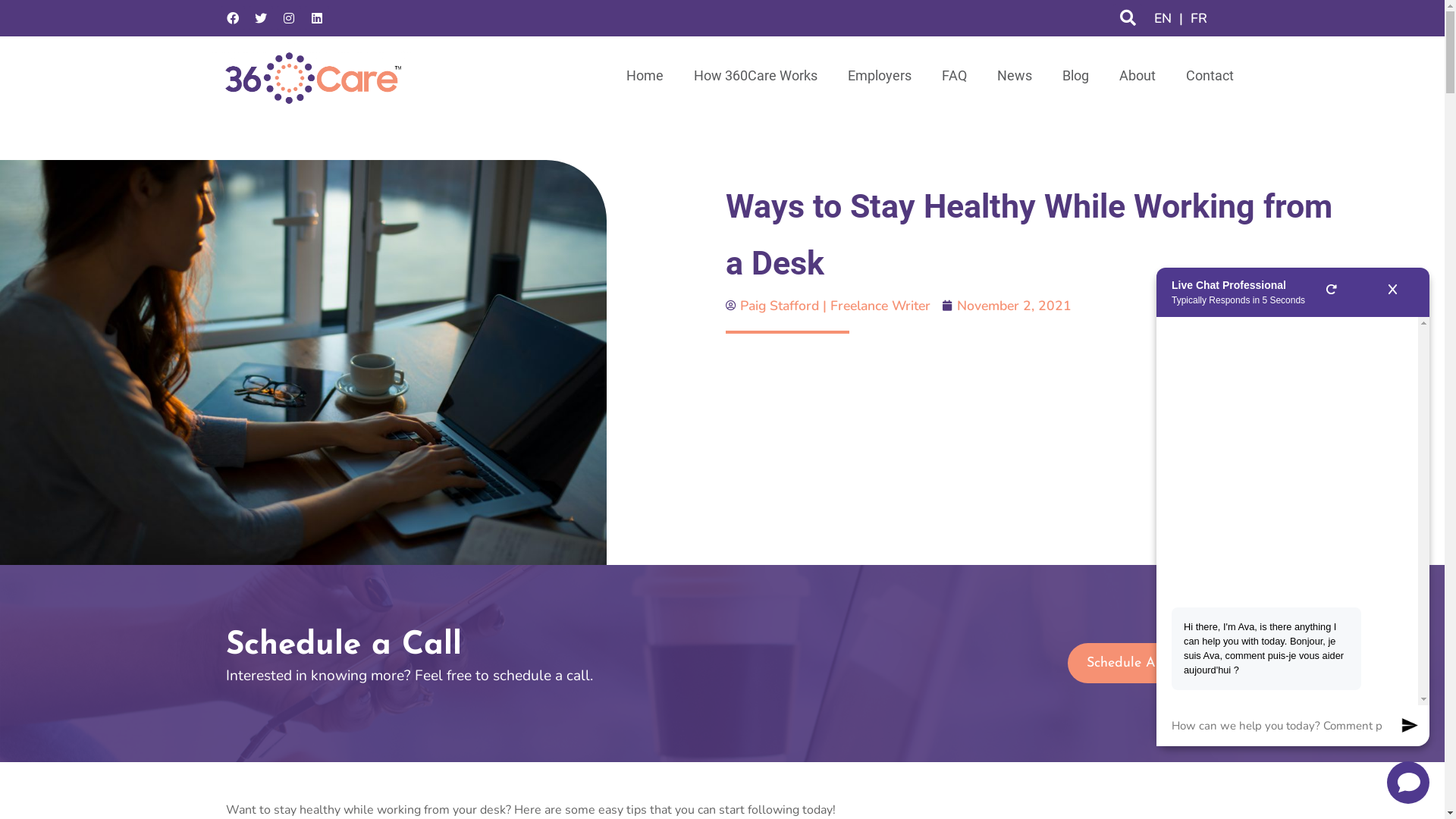 This screenshot has height=819, width=1456. Describe the element at coordinates (1150, 17) in the screenshot. I see `'EN'` at that location.